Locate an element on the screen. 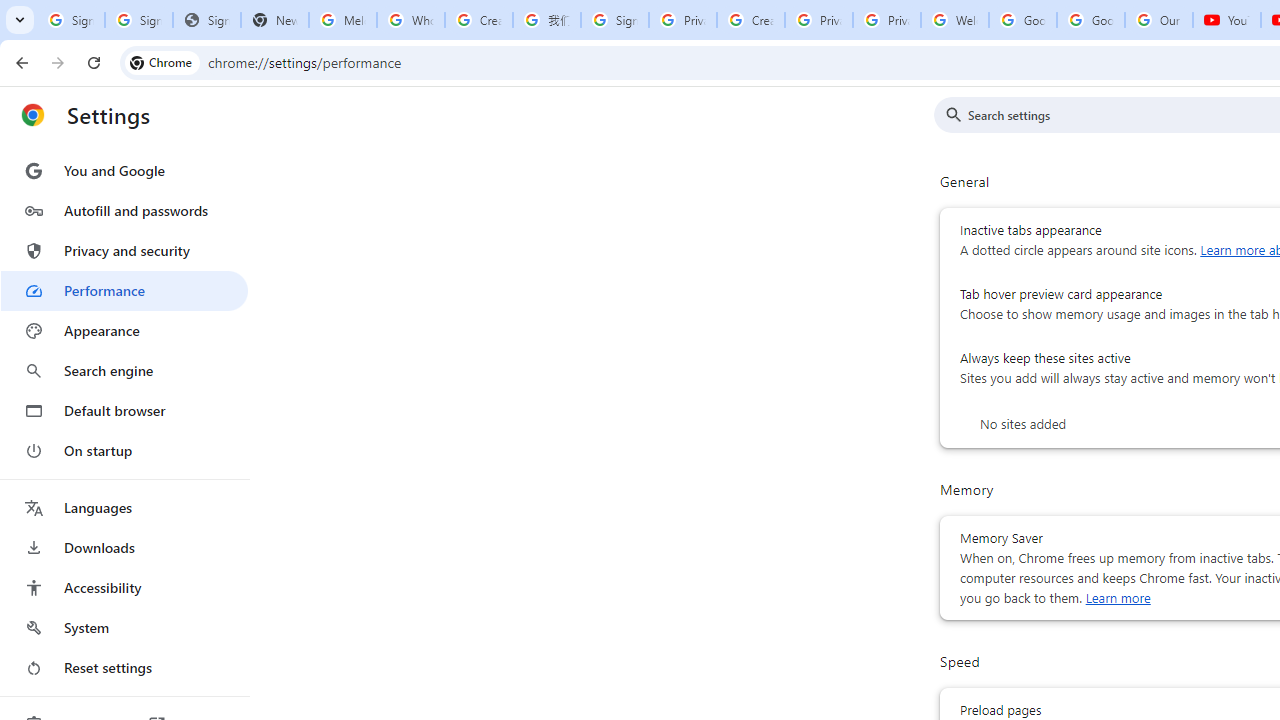  'Privacy and security' is located at coordinates (123, 249).